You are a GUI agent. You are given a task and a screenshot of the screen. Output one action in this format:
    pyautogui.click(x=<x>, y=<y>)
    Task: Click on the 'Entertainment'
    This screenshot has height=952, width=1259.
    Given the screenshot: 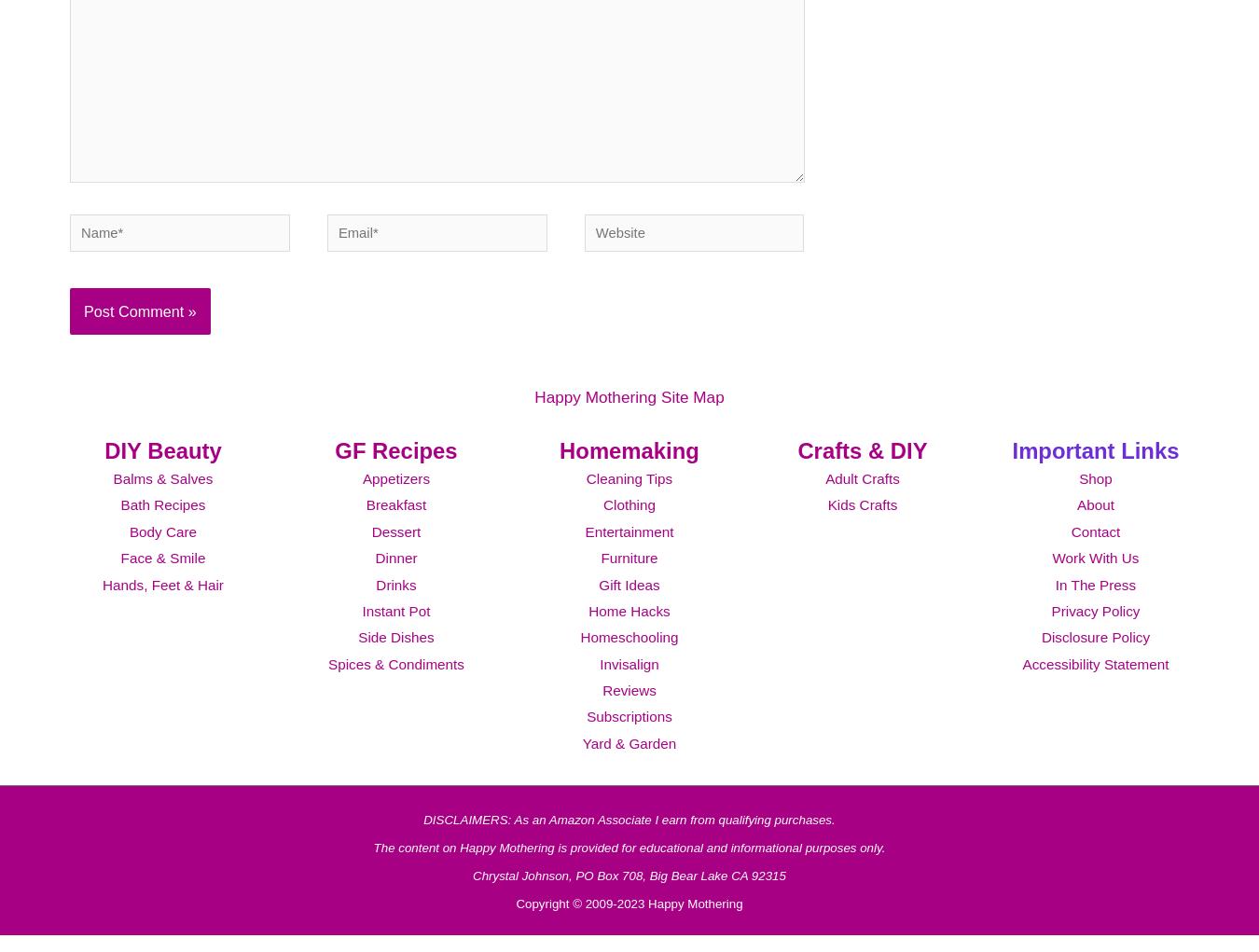 What is the action you would take?
    pyautogui.click(x=629, y=556)
    